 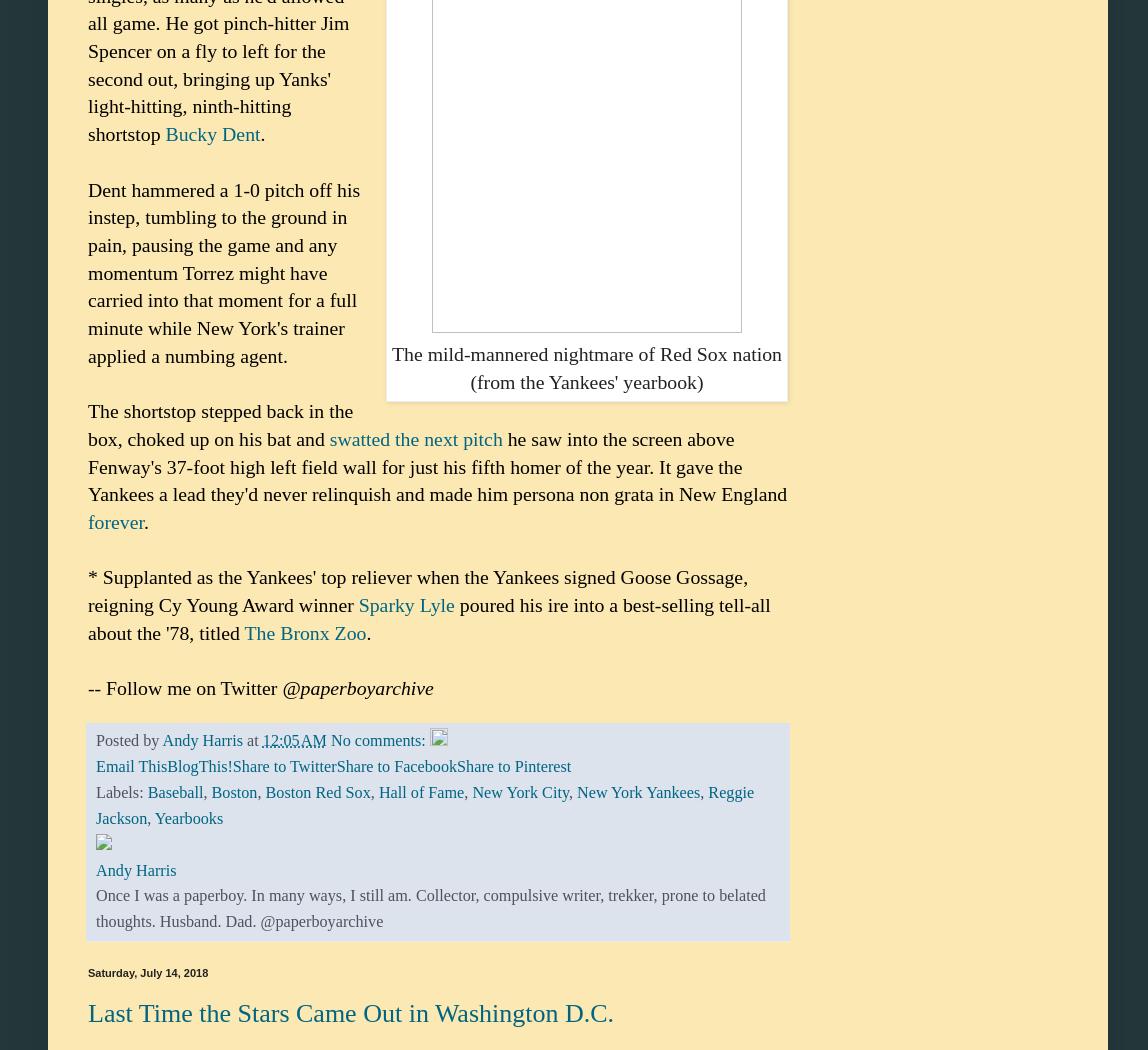 What do you see at coordinates (152, 816) in the screenshot?
I see `'Yearbooks'` at bounding box center [152, 816].